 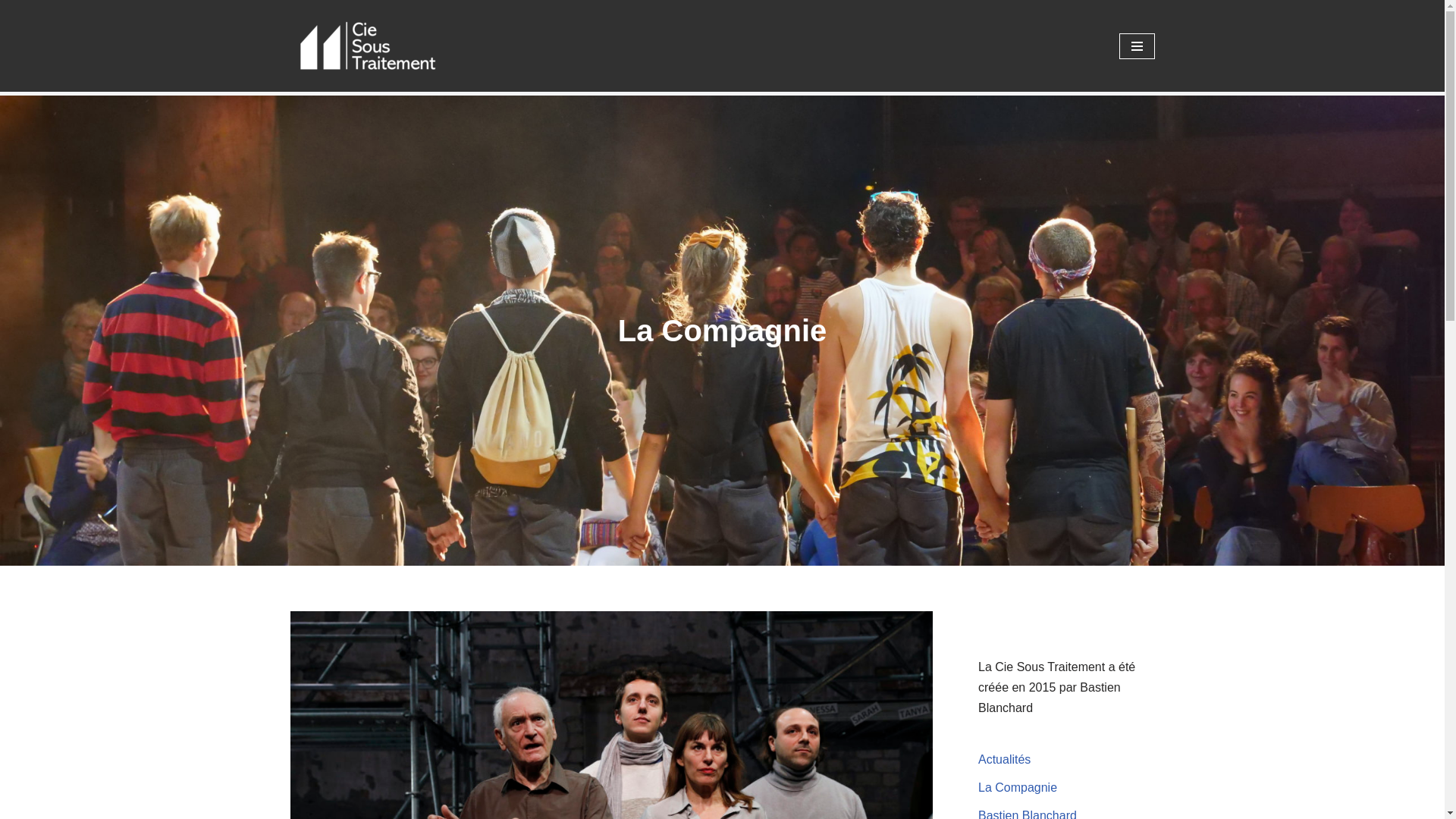 What do you see at coordinates (11, 32) in the screenshot?
I see `'Aller au contenu'` at bounding box center [11, 32].